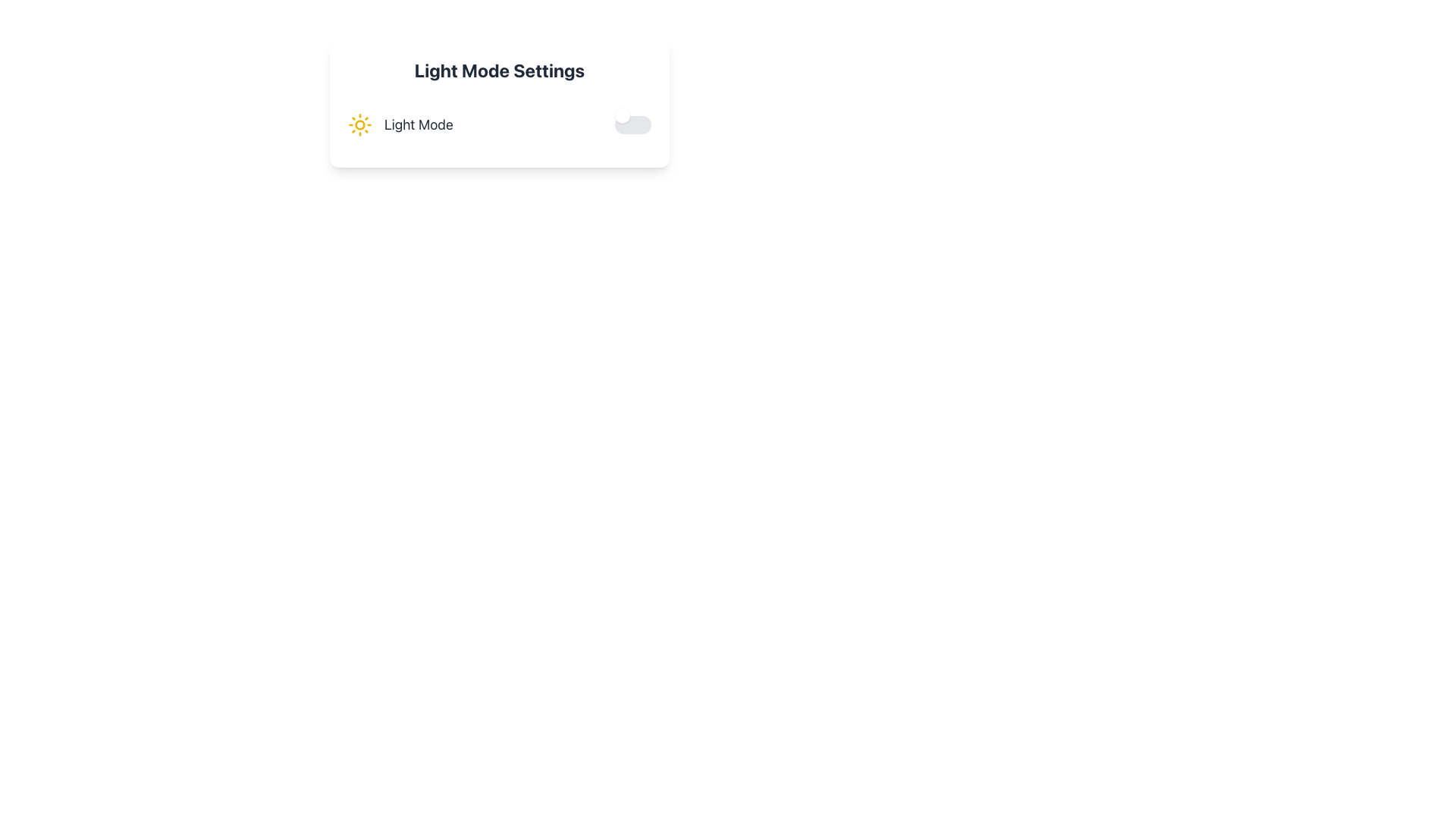 This screenshot has height=819, width=1456. What do you see at coordinates (400, 124) in the screenshot?
I see `the Static Label indicating the current mode (e.g., Light Mode)` at bounding box center [400, 124].